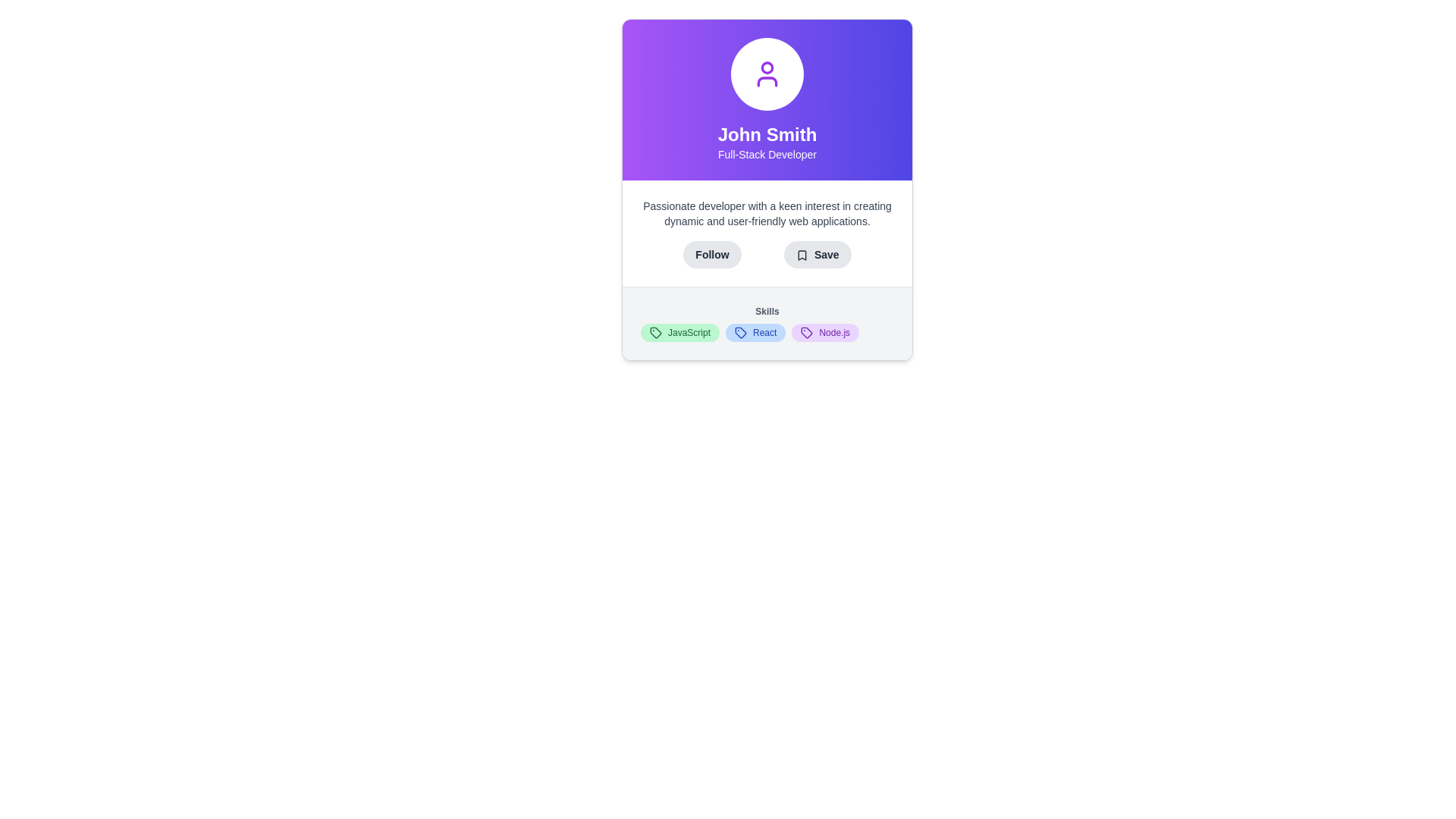 The height and width of the screenshot is (819, 1456). I want to click on the visual representation of the decorative tagging icon located in the center-left portion of the skills labels under the 'Skills' section of the profile card, so click(806, 332).